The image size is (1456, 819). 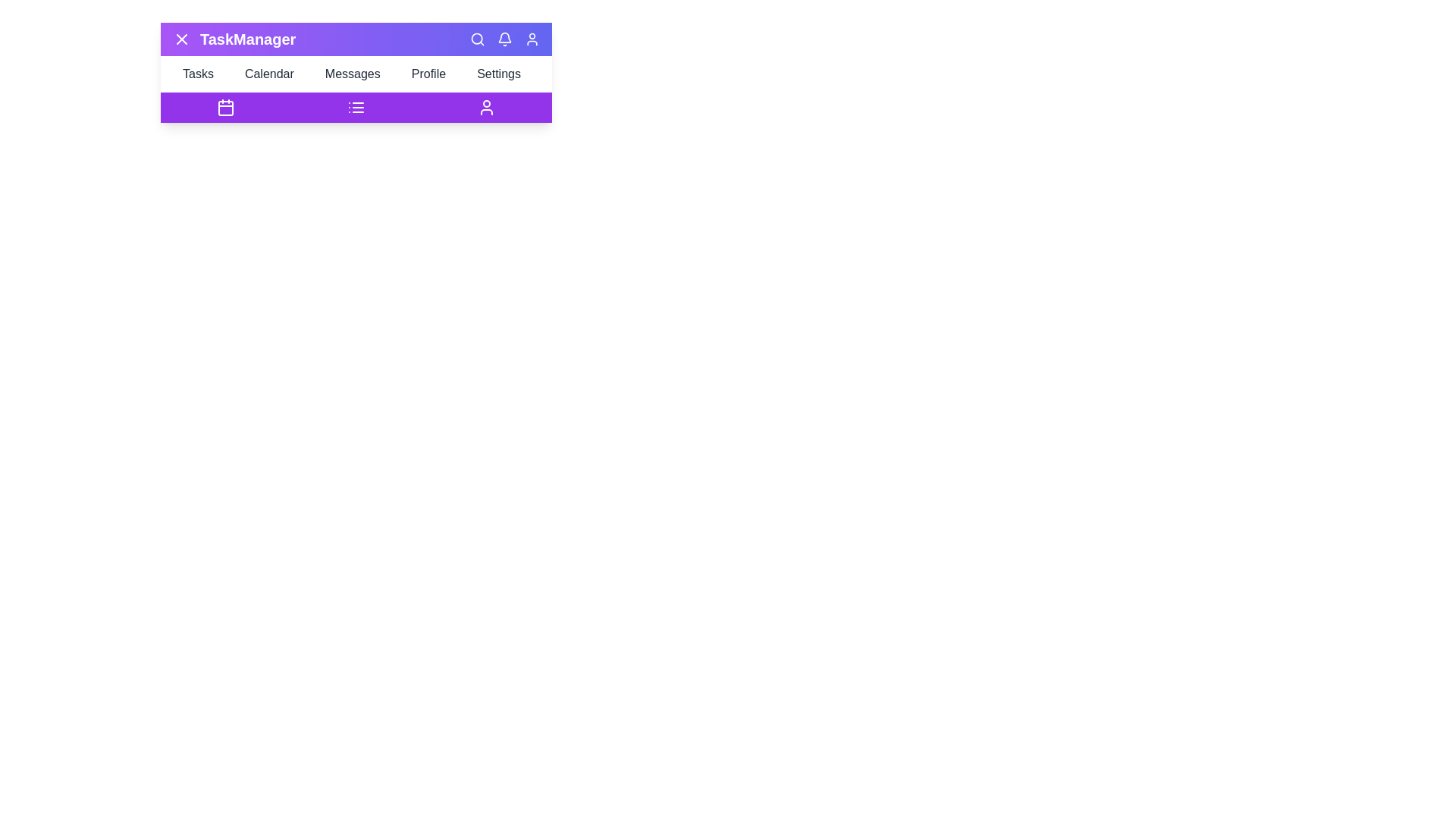 What do you see at coordinates (182, 38) in the screenshot?
I see `the menu button to toggle the visibility of the menu` at bounding box center [182, 38].